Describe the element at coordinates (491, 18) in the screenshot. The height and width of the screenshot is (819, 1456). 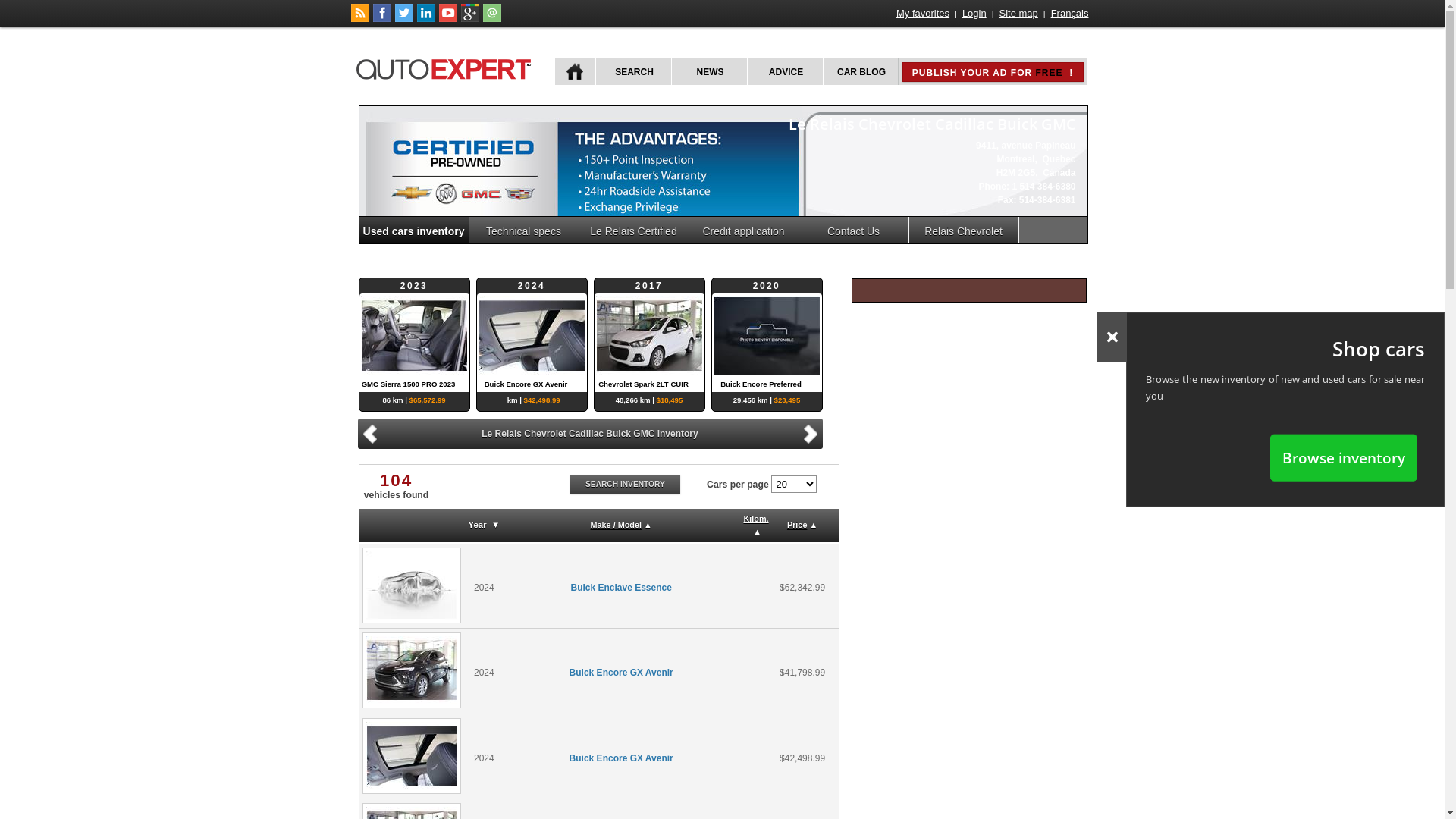
I see `'Contact autoExpert.ca'` at that location.